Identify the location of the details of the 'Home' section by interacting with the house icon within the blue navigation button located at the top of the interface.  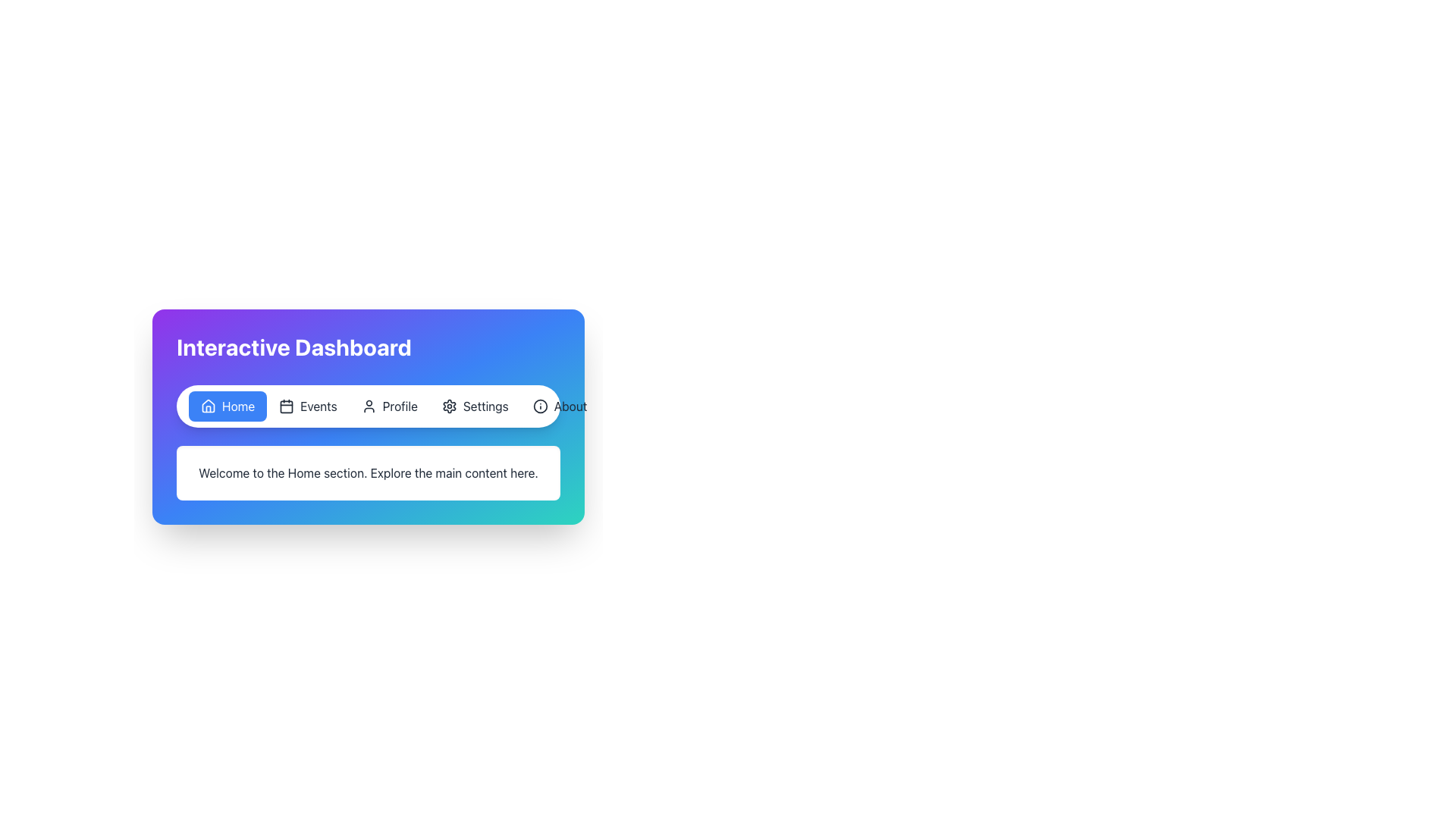
(207, 406).